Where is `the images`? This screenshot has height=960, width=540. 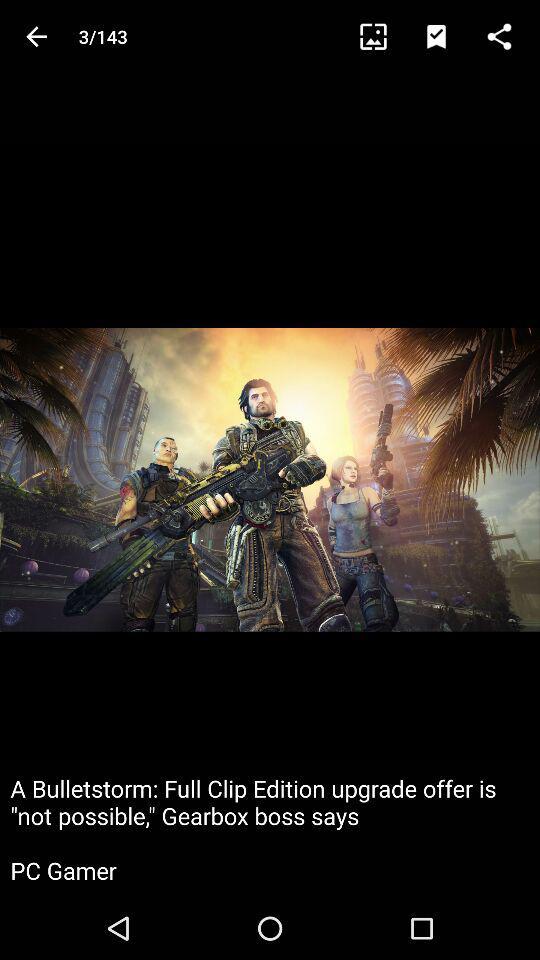 the images is located at coordinates (382, 35).